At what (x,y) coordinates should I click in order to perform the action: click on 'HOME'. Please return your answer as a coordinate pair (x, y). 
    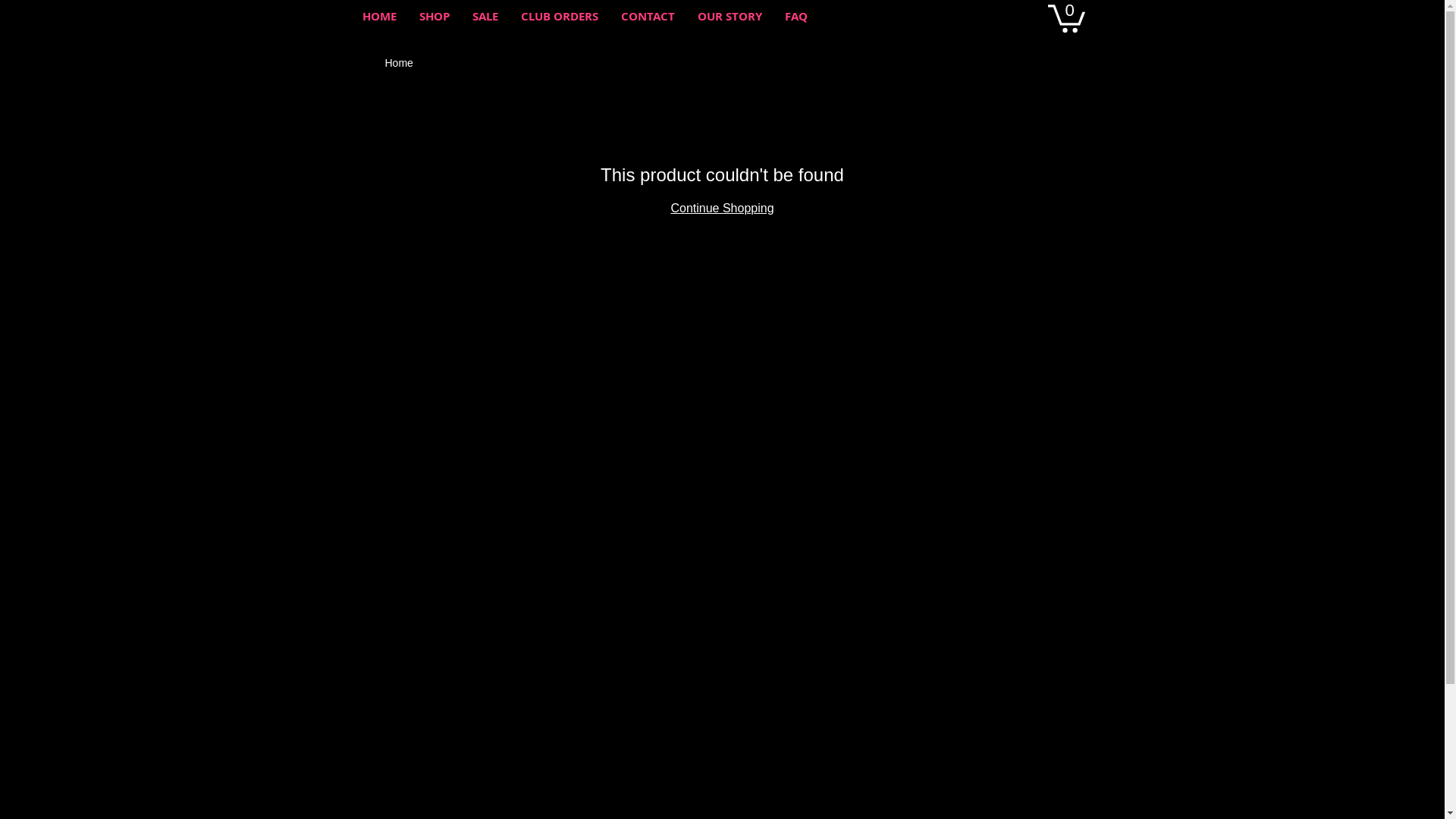
    Looking at the image, I should click on (378, 17).